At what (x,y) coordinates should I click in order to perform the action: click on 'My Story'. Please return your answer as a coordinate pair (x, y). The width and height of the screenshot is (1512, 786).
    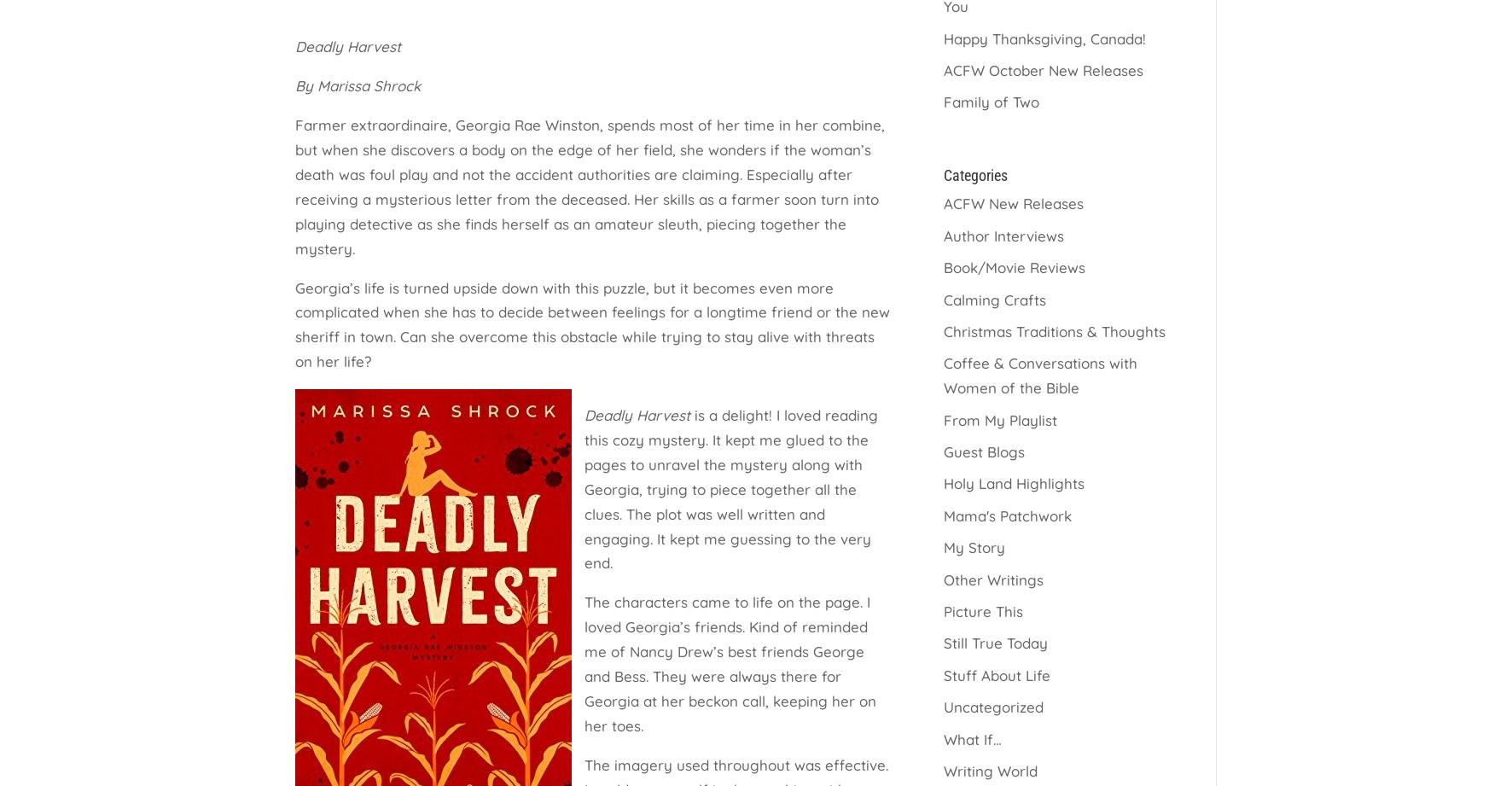
    Looking at the image, I should click on (943, 547).